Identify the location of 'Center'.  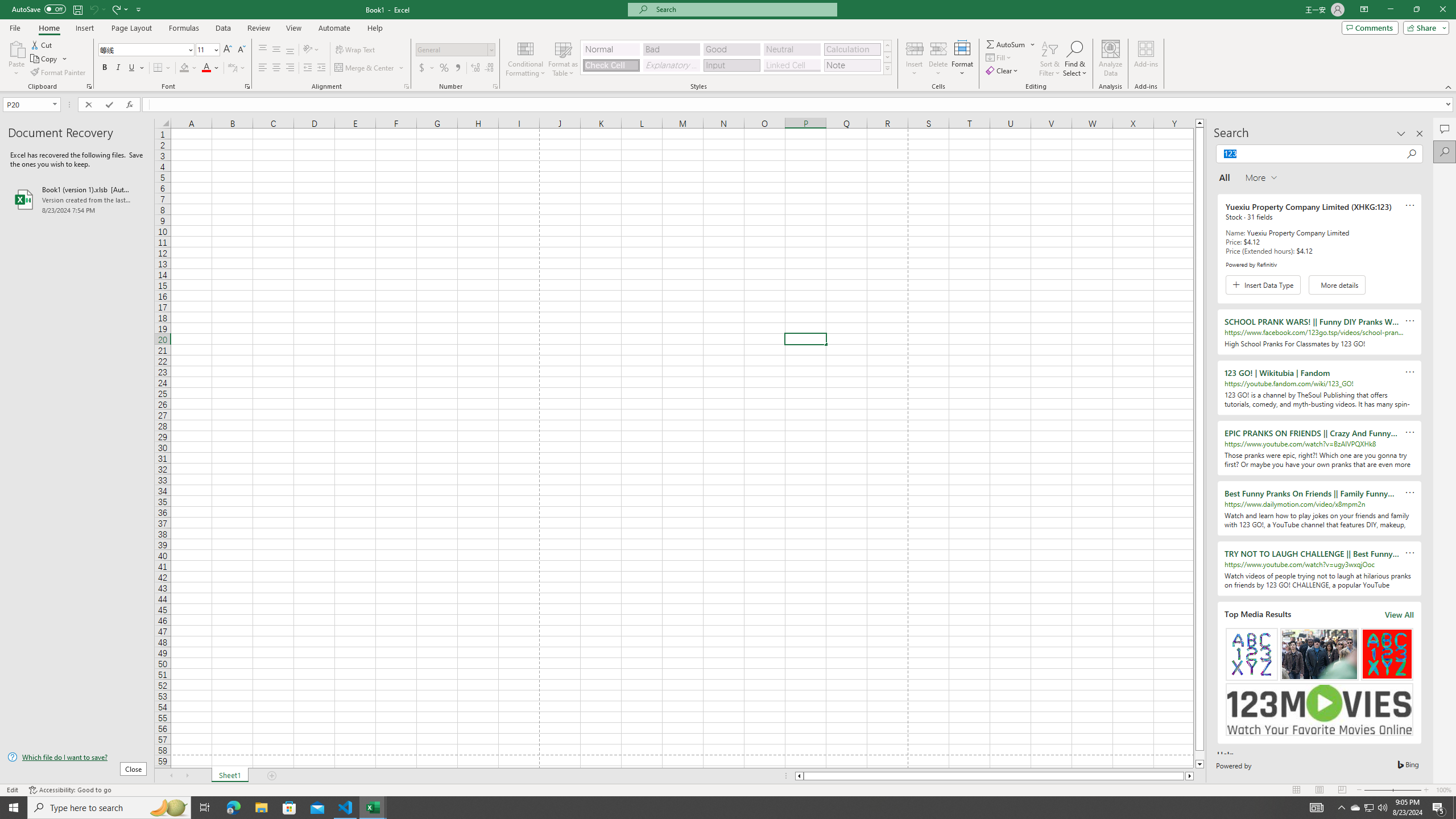
(276, 67).